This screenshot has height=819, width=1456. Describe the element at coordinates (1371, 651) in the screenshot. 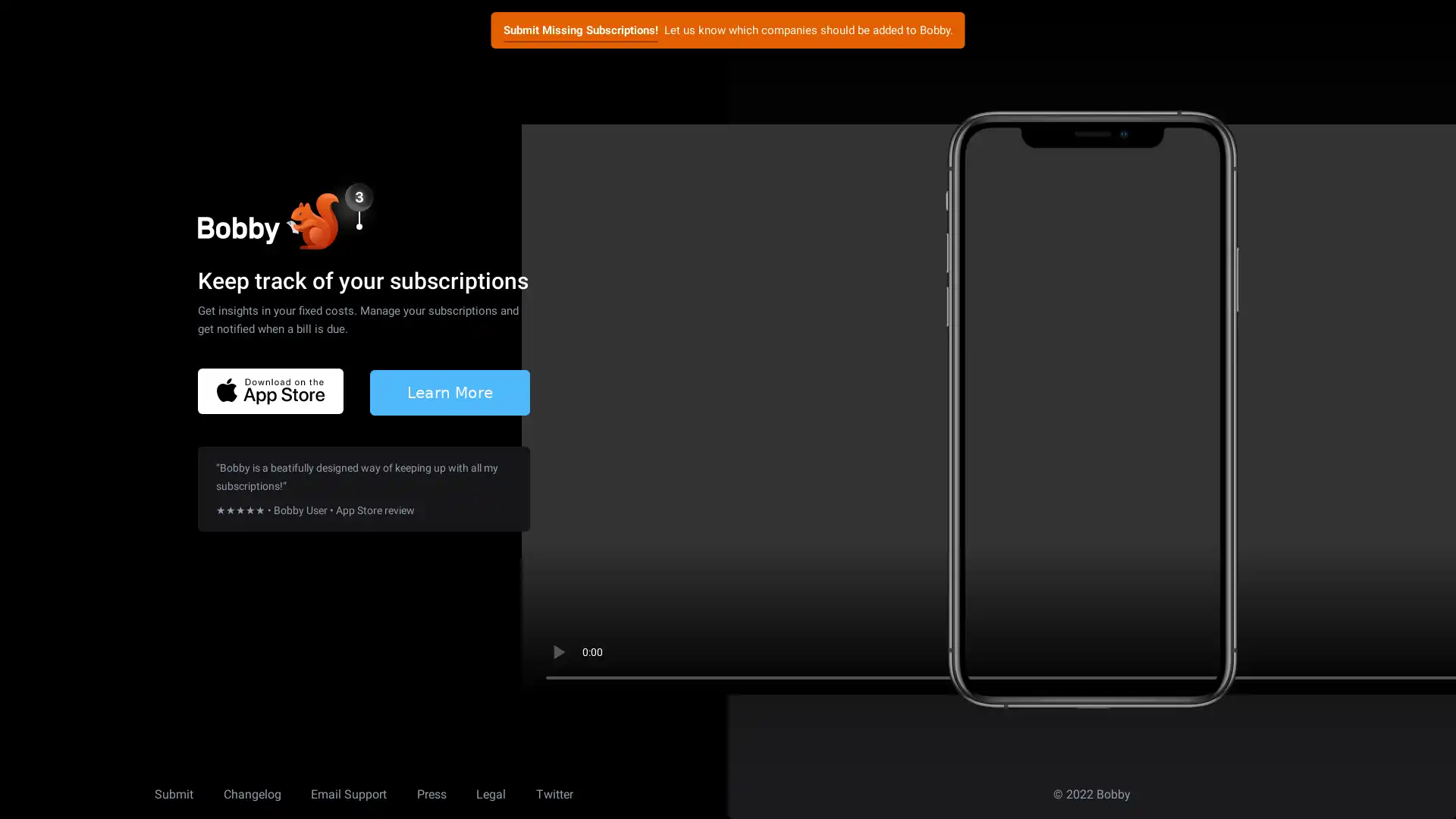

I see `enter full screen` at that location.